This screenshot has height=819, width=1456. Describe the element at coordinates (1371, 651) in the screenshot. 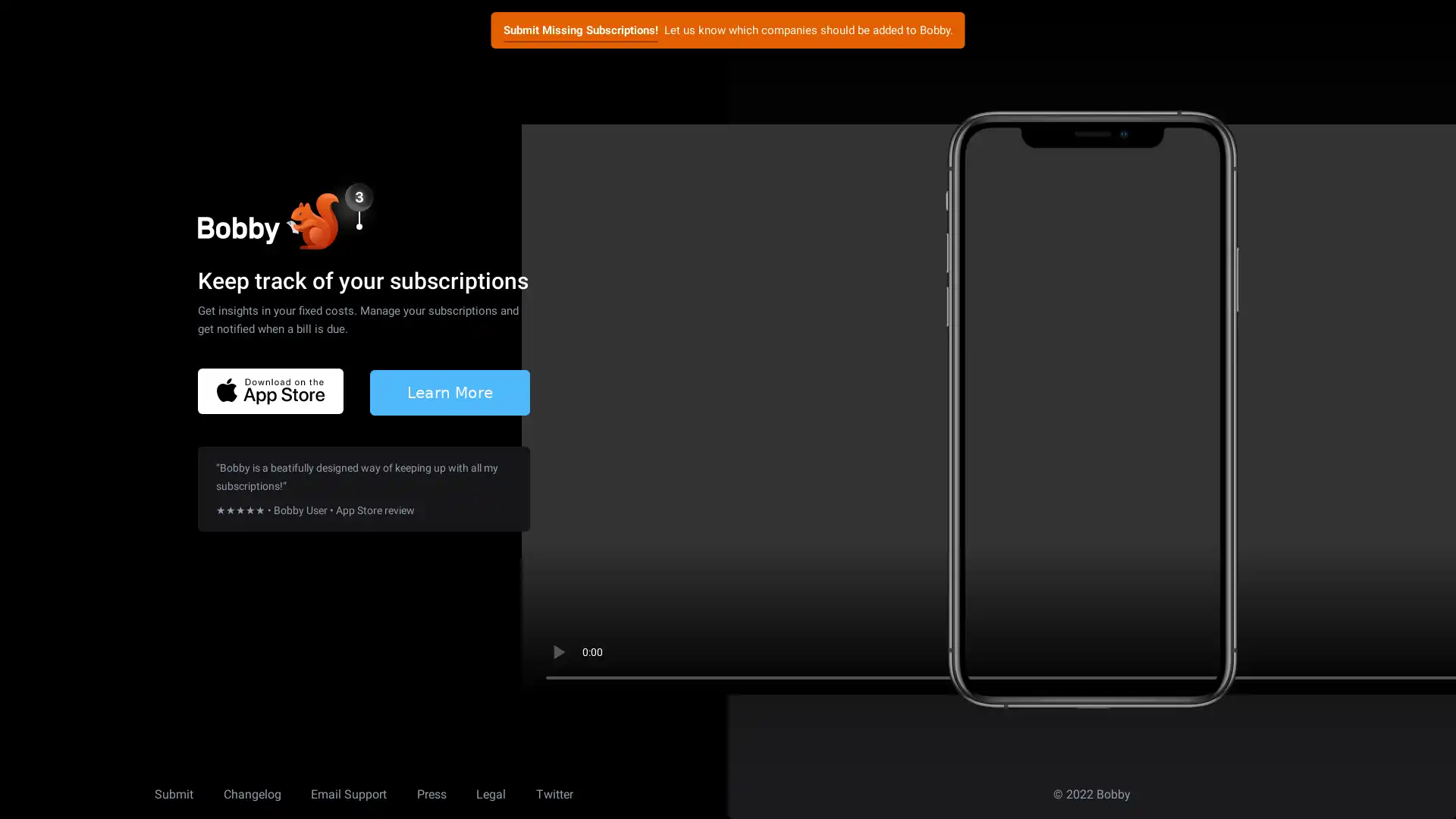

I see `enter full screen` at that location.